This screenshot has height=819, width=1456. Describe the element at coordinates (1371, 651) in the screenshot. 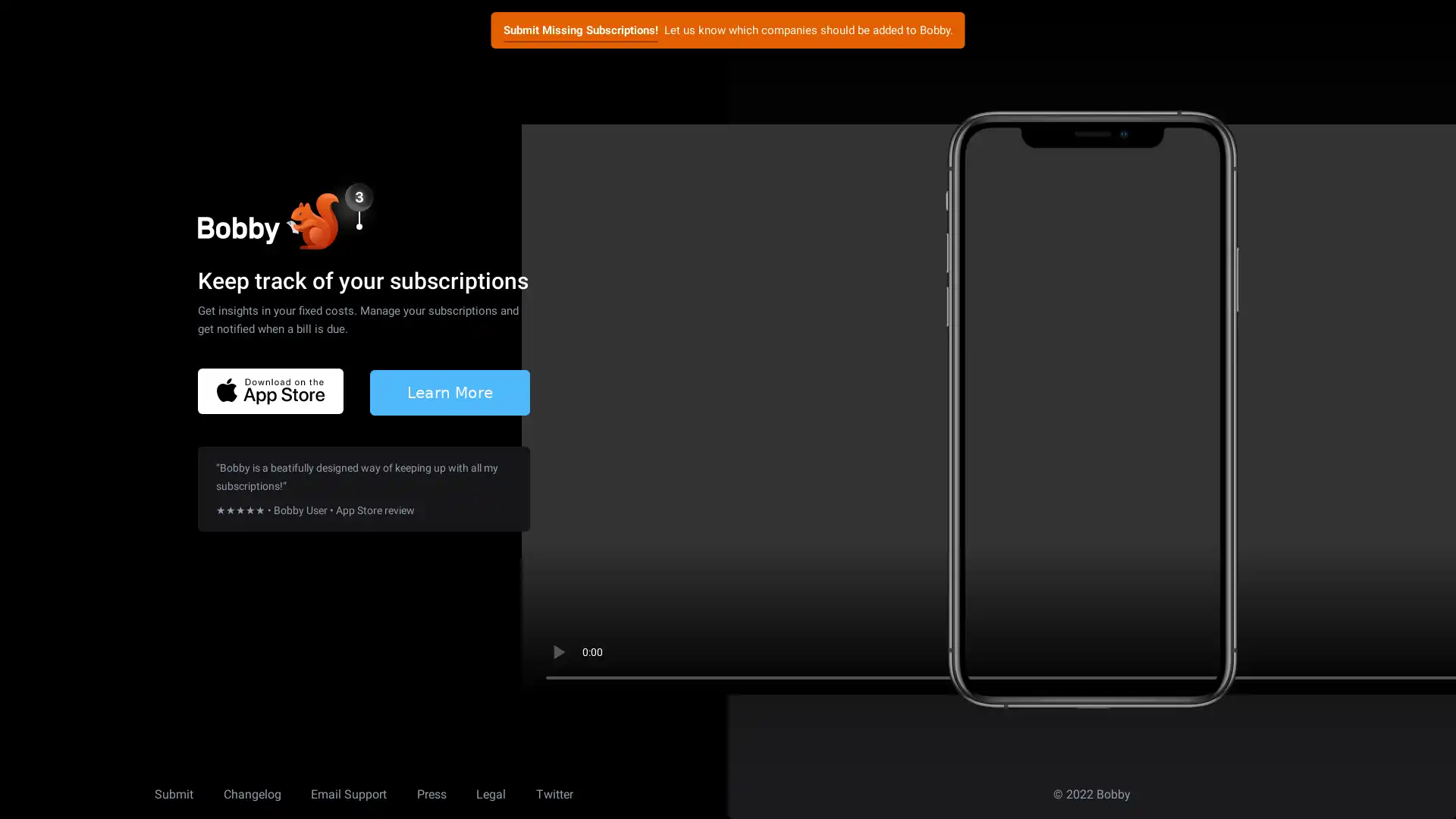

I see `enter full screen` at that location.